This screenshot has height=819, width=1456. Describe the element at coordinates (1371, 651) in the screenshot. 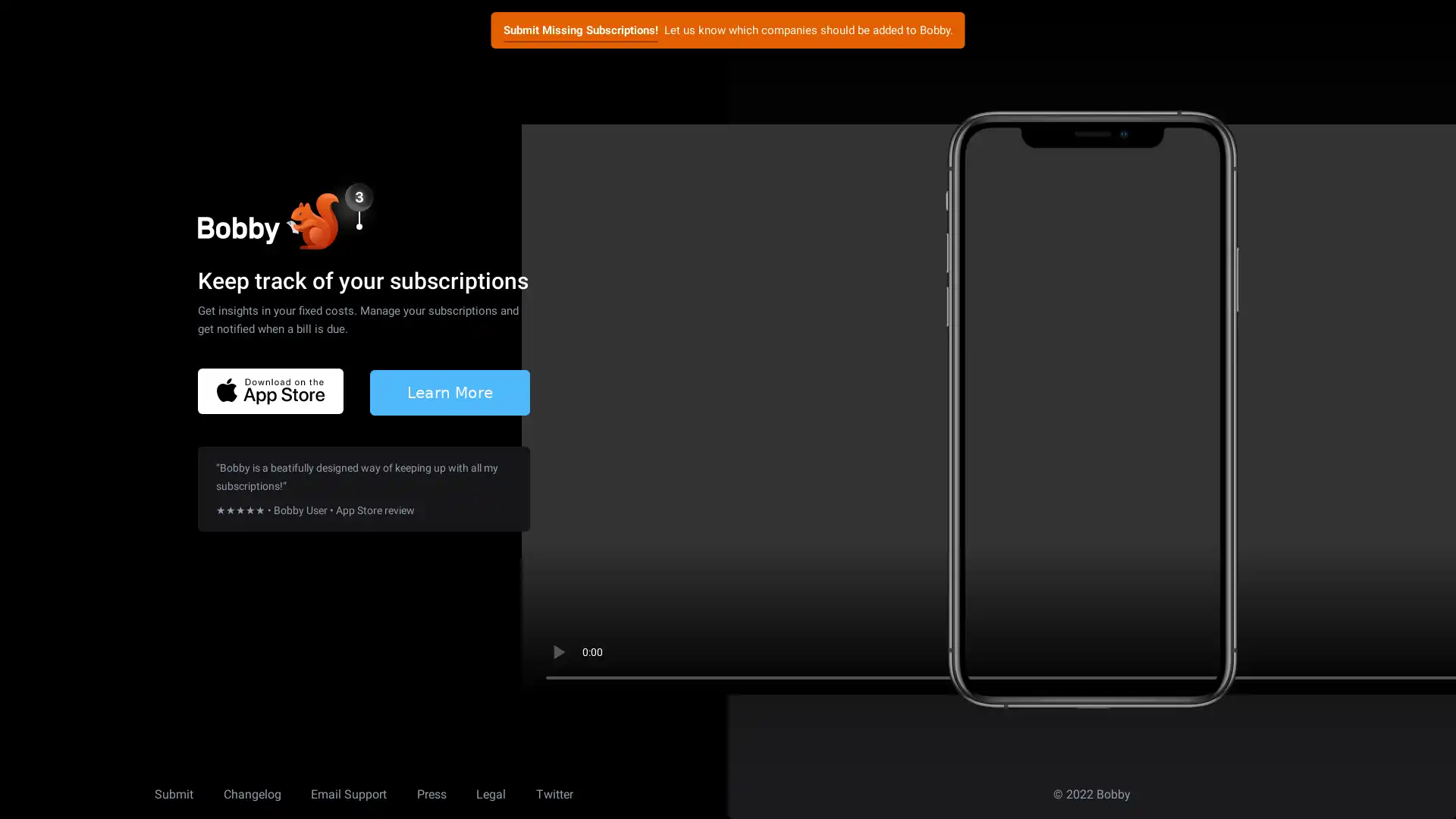

I see `enter full screen` at that location.